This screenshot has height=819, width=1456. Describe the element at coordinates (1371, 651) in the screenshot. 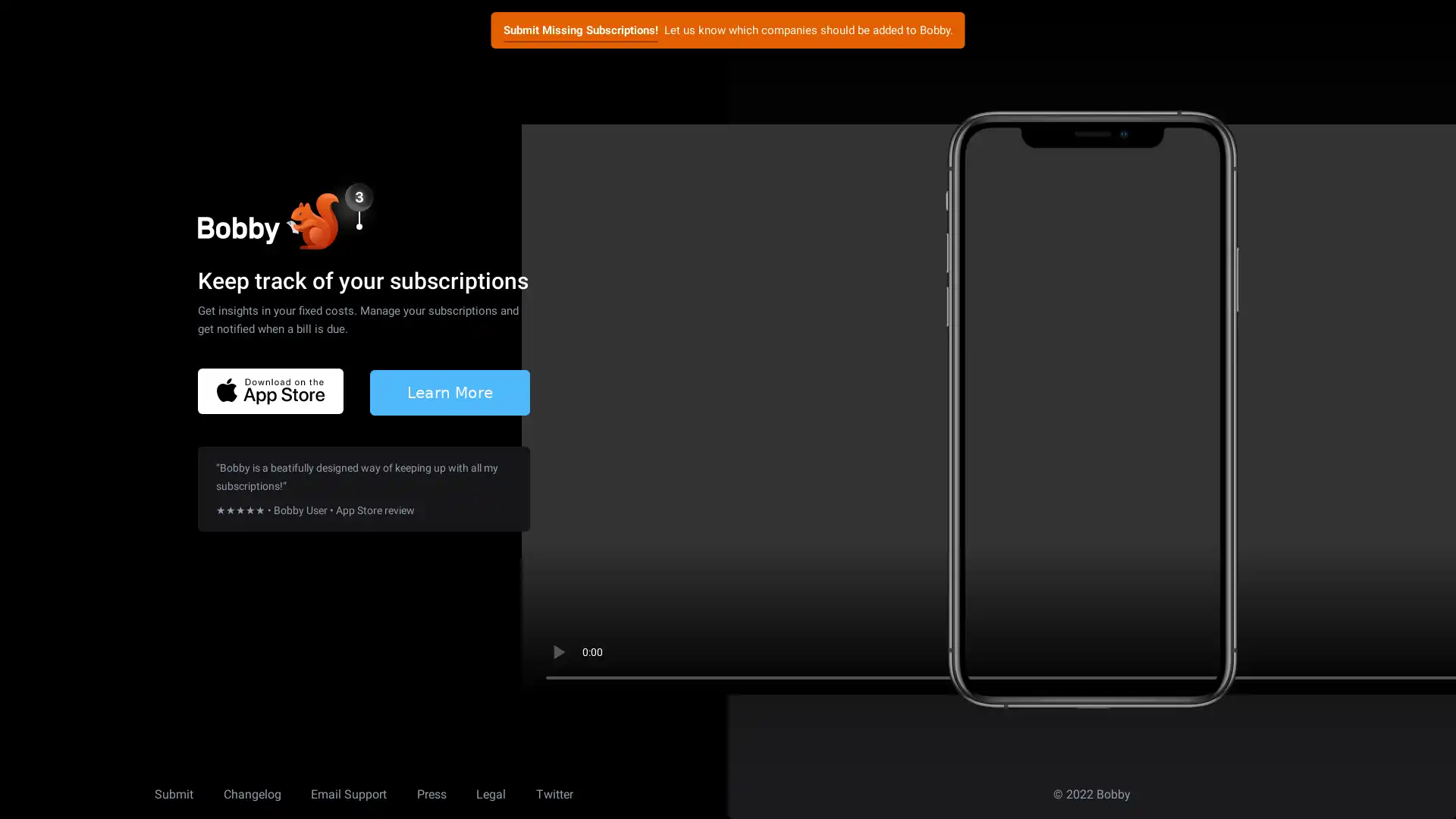

I see `enter full screen` at that location.